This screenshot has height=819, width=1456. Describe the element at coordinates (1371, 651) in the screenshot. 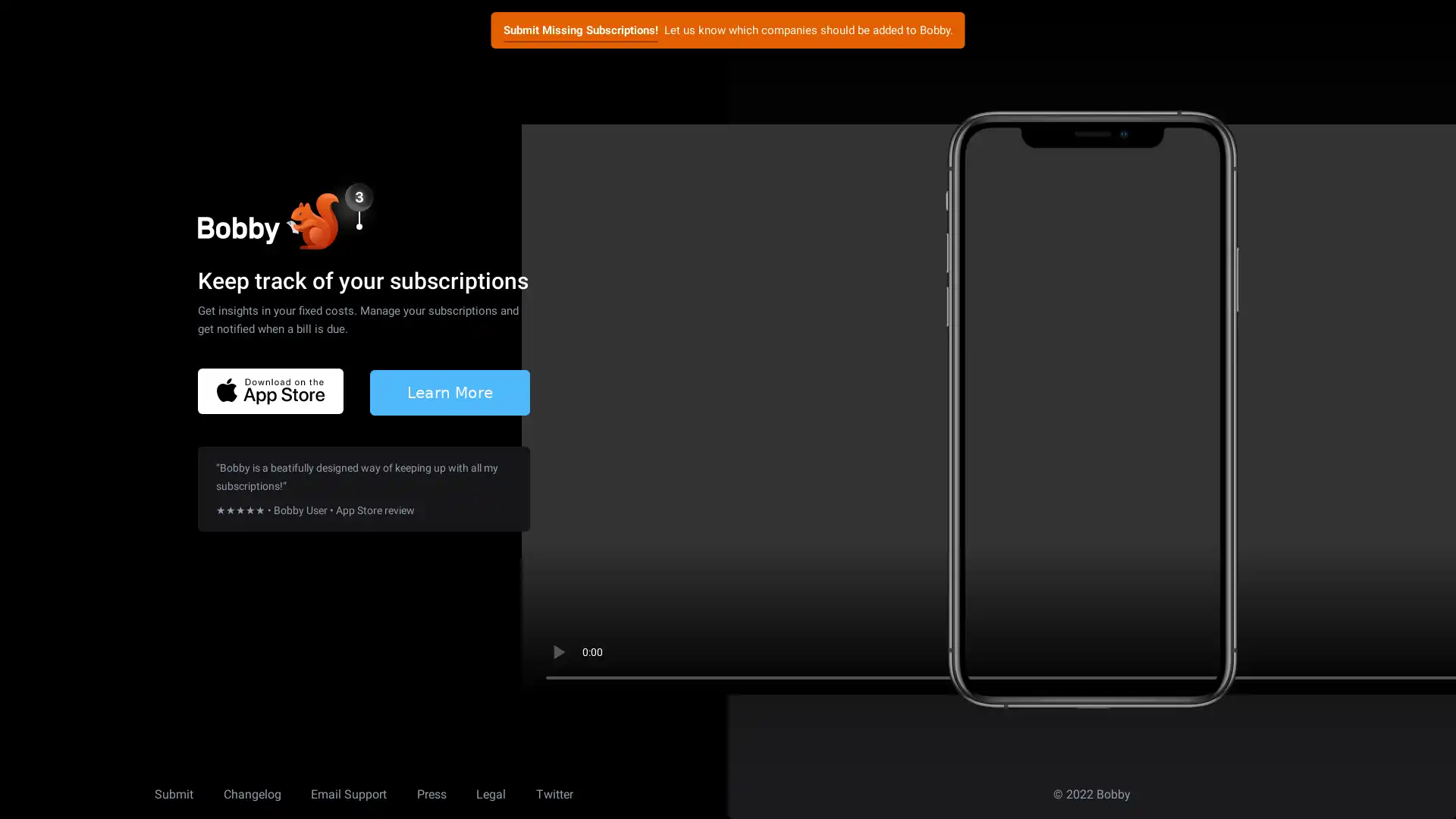

I see `enter full screen` at that location.